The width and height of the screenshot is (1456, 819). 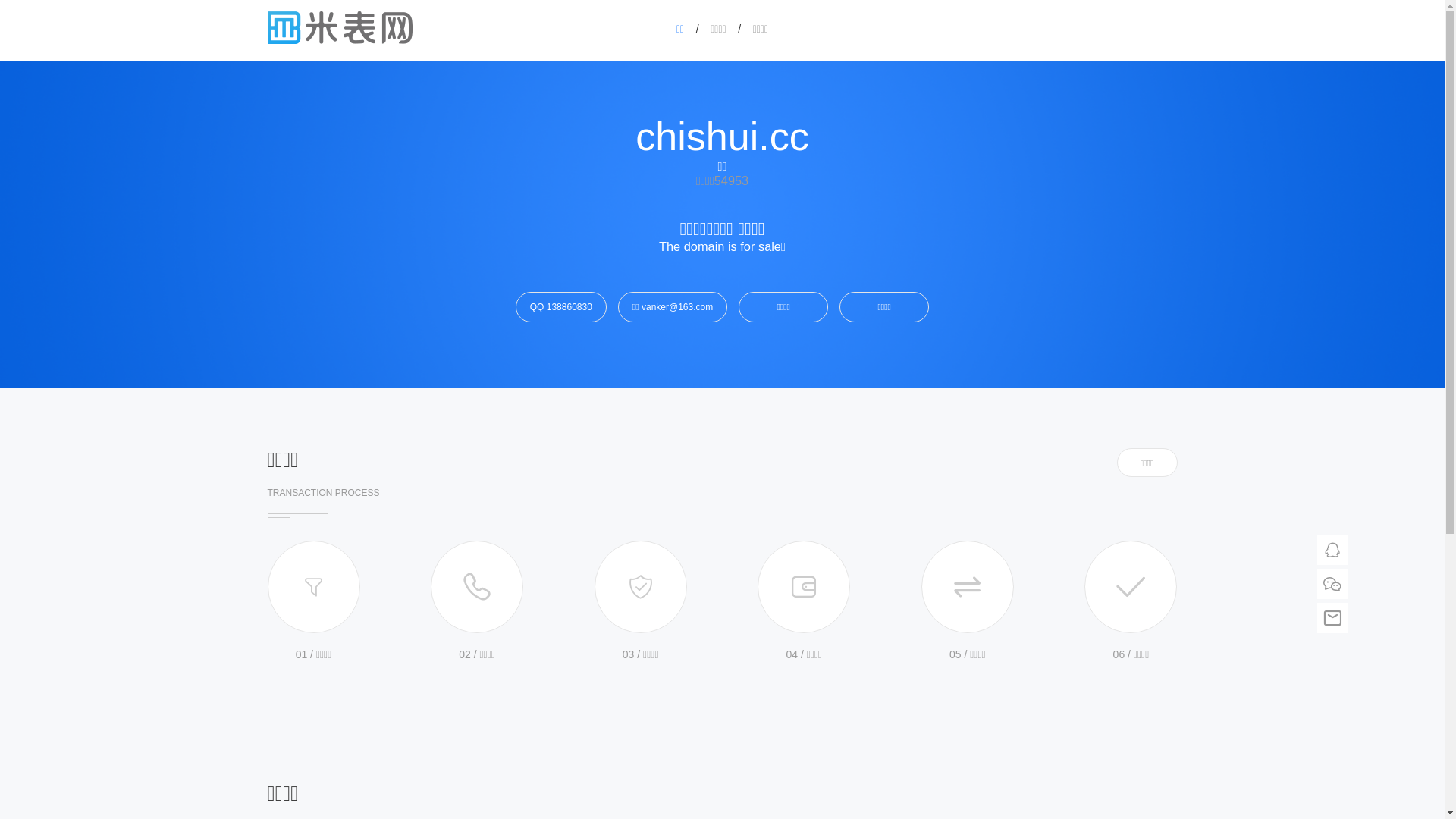 I want to click on 'QQ 138860830', so click(x=516, y=307).